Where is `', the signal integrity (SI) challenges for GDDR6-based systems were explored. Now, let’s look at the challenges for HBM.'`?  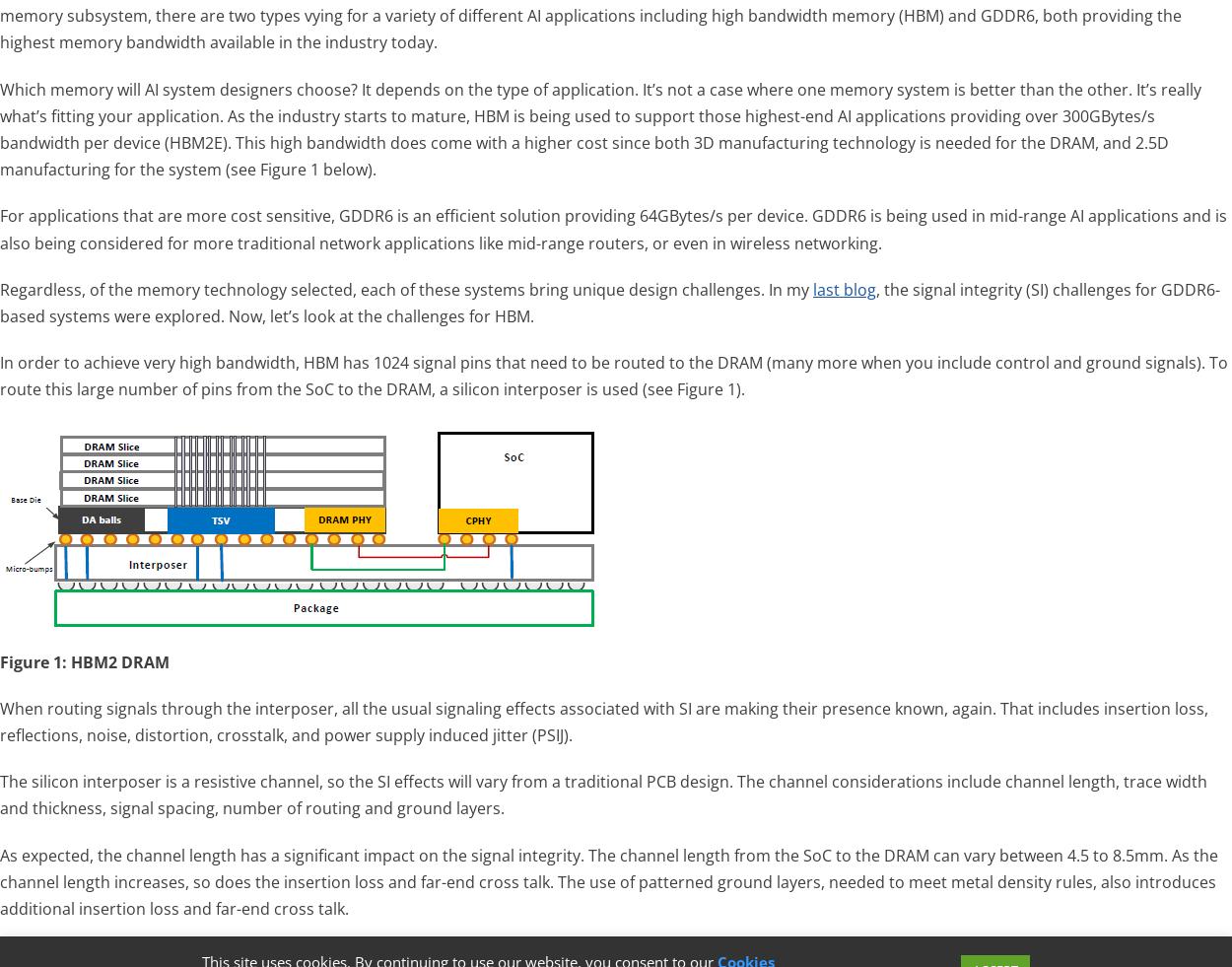
', the signal integrity (SI) challenges for GDDR6-based systems were explored. Now, let’s look at the challenges for HBM.' is located at coordinates (0, 301).